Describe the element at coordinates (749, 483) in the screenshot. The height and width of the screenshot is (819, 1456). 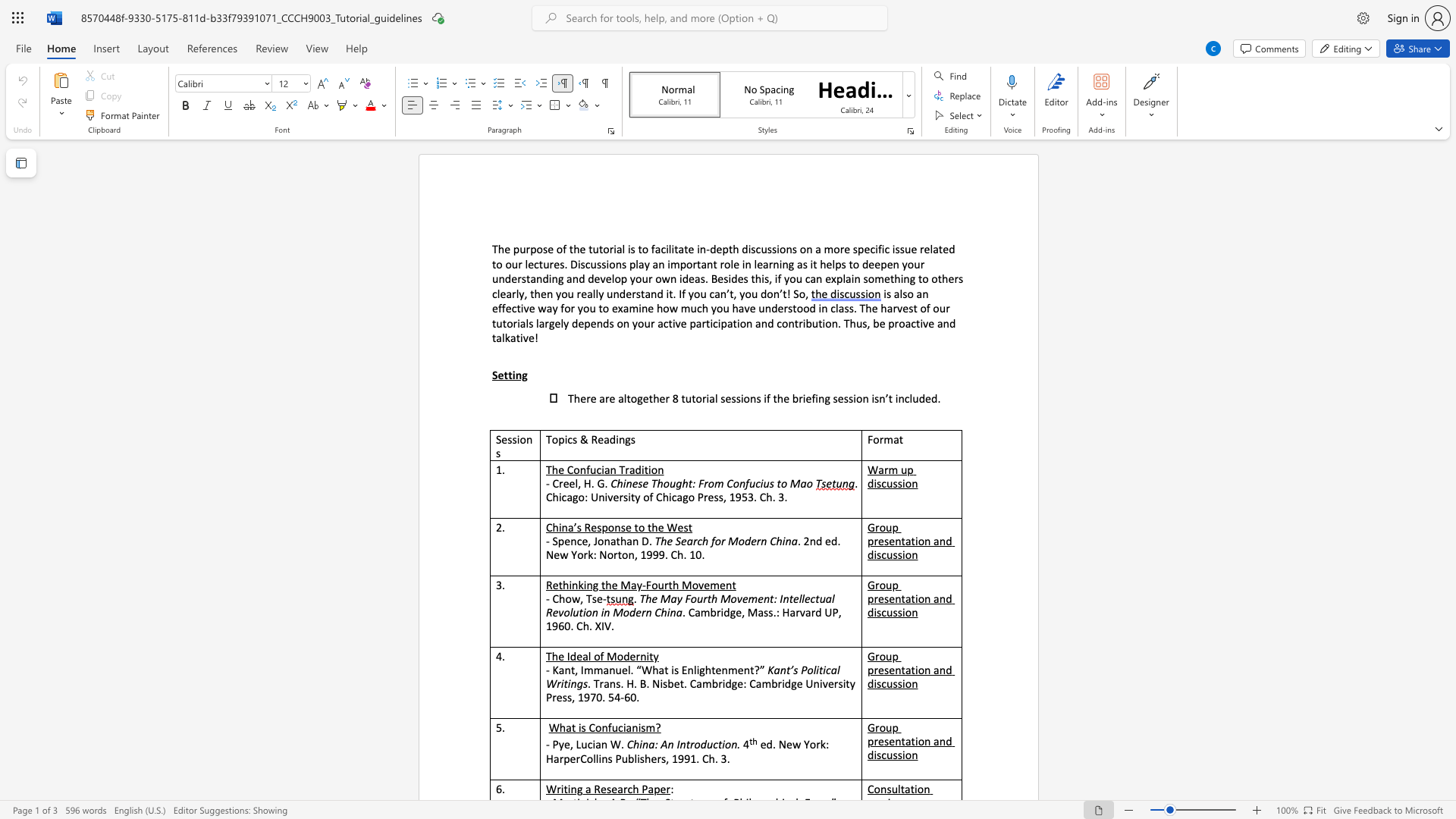
I see `the subset text "ucius to Ma" within the text "Chinese Thought: From Confucius to Mao"` at that location.